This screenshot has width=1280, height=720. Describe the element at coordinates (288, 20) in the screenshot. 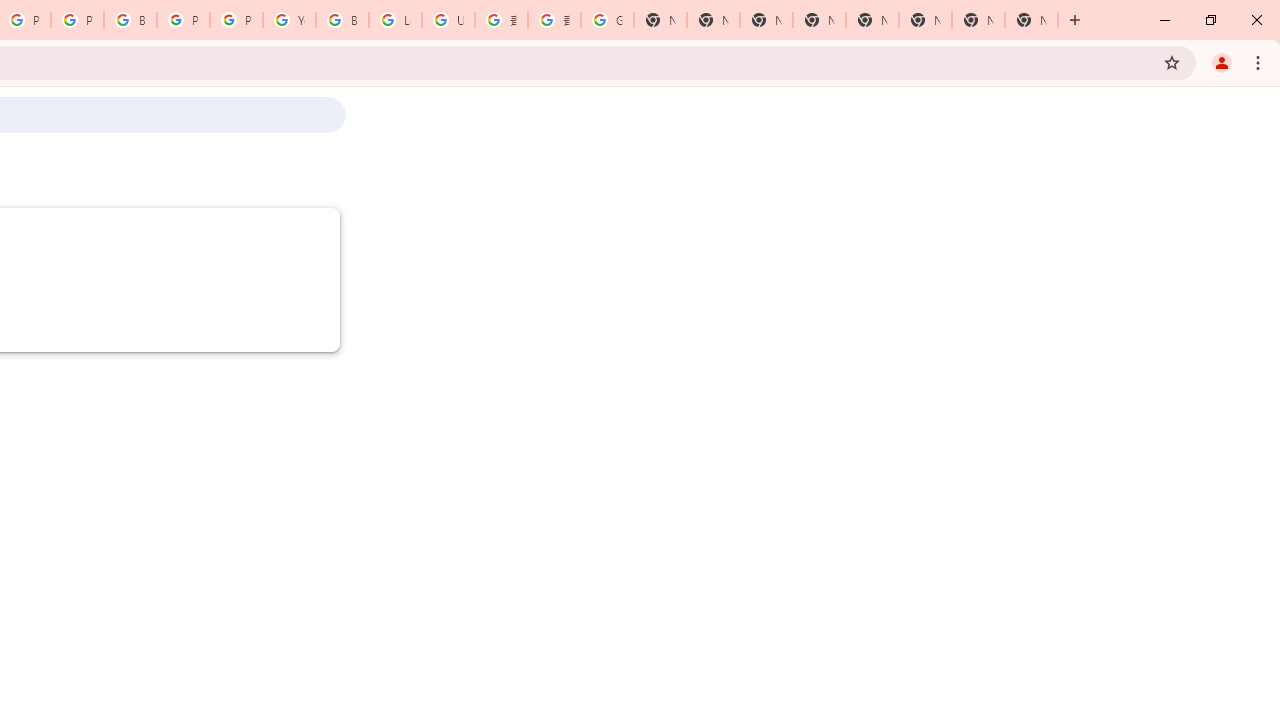

I see `'YouTube'` at that location.